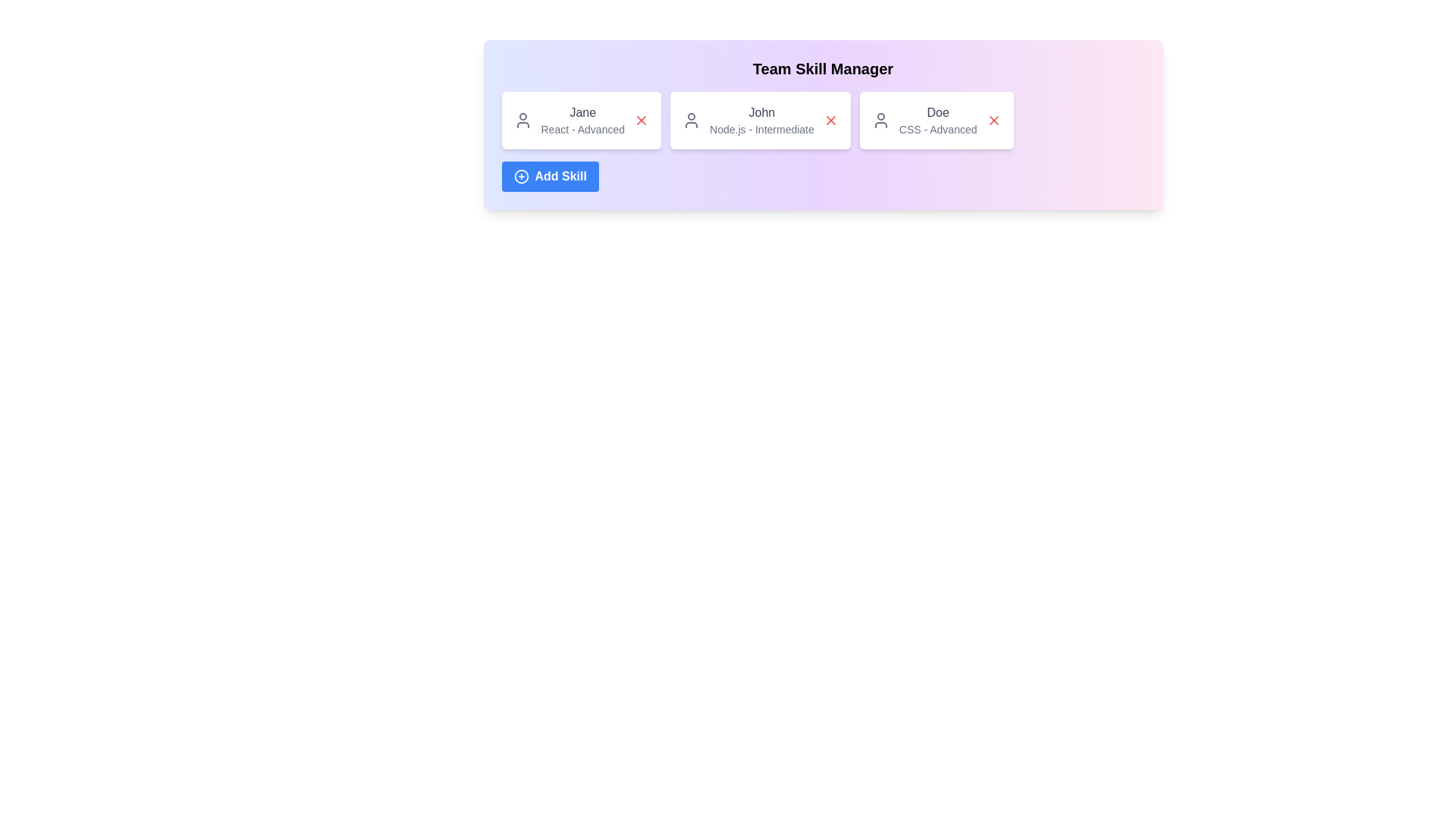 This screenshot has height=819, width=1456. Describe the element at coordinates (993, 119) in the screenshot. I see `'Remove Skill' button for the skill associated with CSS - Advanced` at that location.